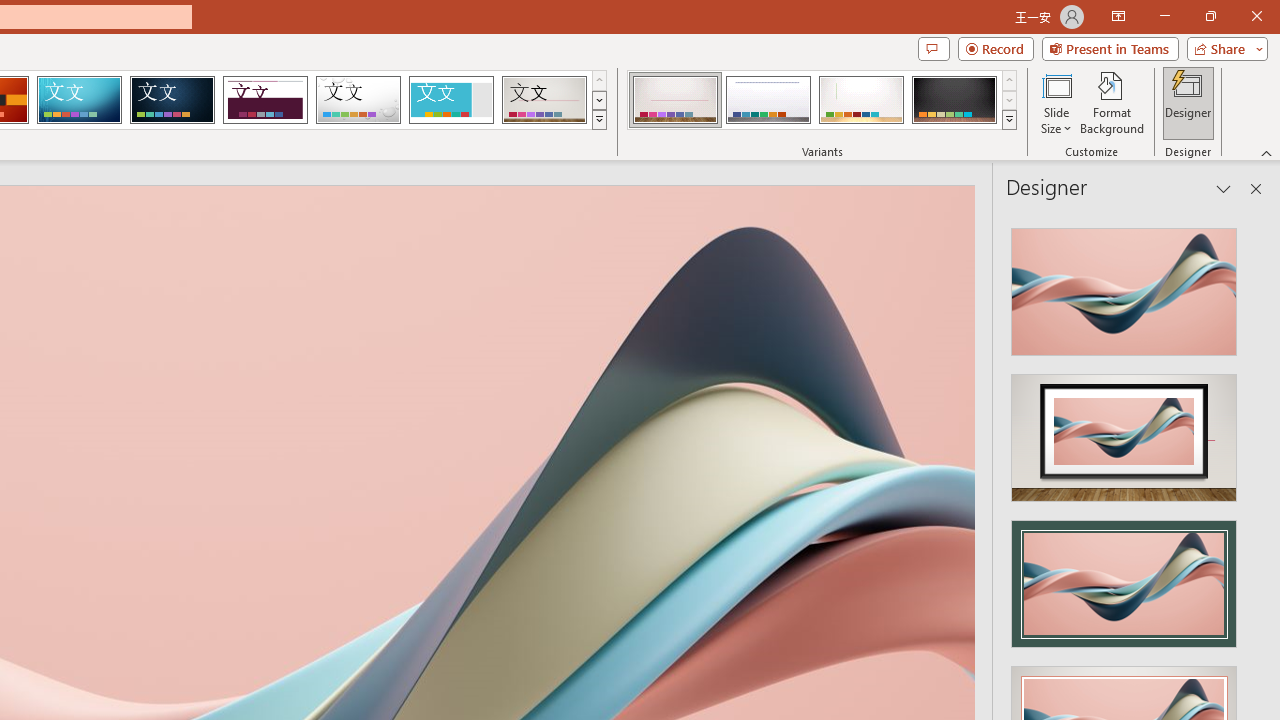 The image size is (1280, 720). Describe the element at coordinates (264, 100) in the screenshot. I see `'Dividend'` at that location.